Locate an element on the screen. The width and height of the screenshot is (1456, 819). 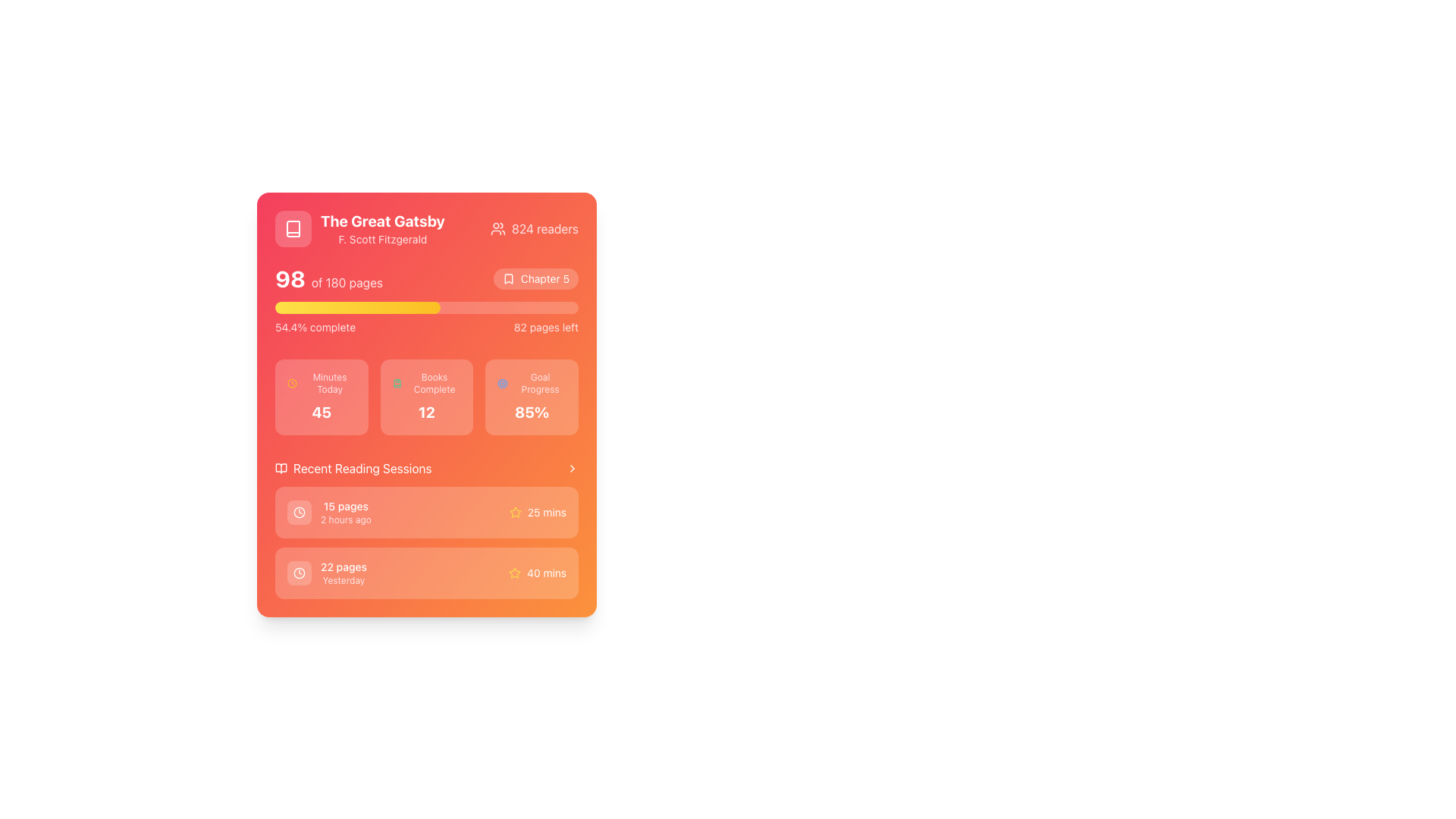
the right-pointing chevron icon located in the 'Recent Reading Sessions' section is located at coordinates (571, 467).